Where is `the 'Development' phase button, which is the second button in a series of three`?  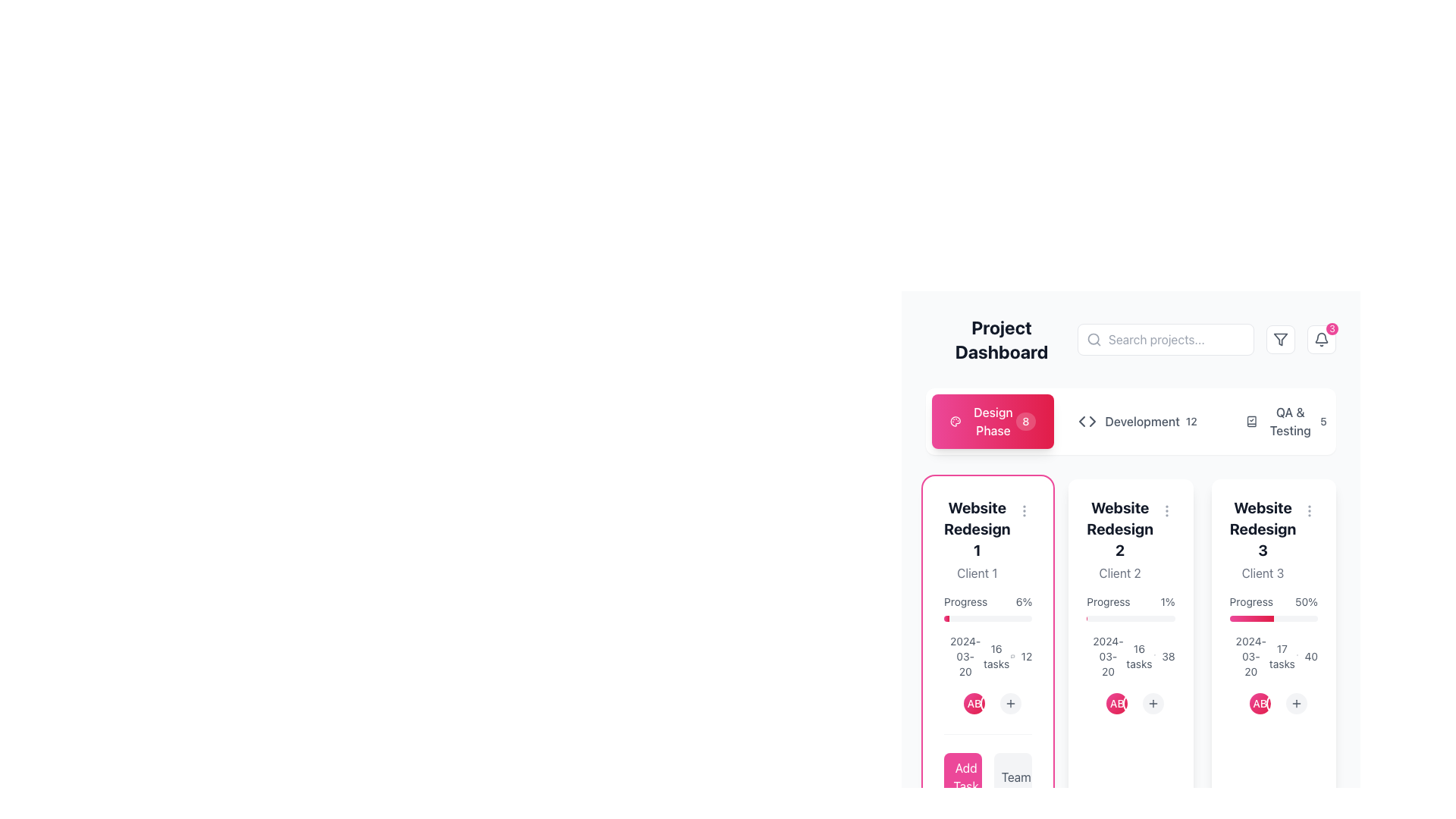
the 'Development' phase button, which is the second button in a series of three is located at coordinates (1140, 421).